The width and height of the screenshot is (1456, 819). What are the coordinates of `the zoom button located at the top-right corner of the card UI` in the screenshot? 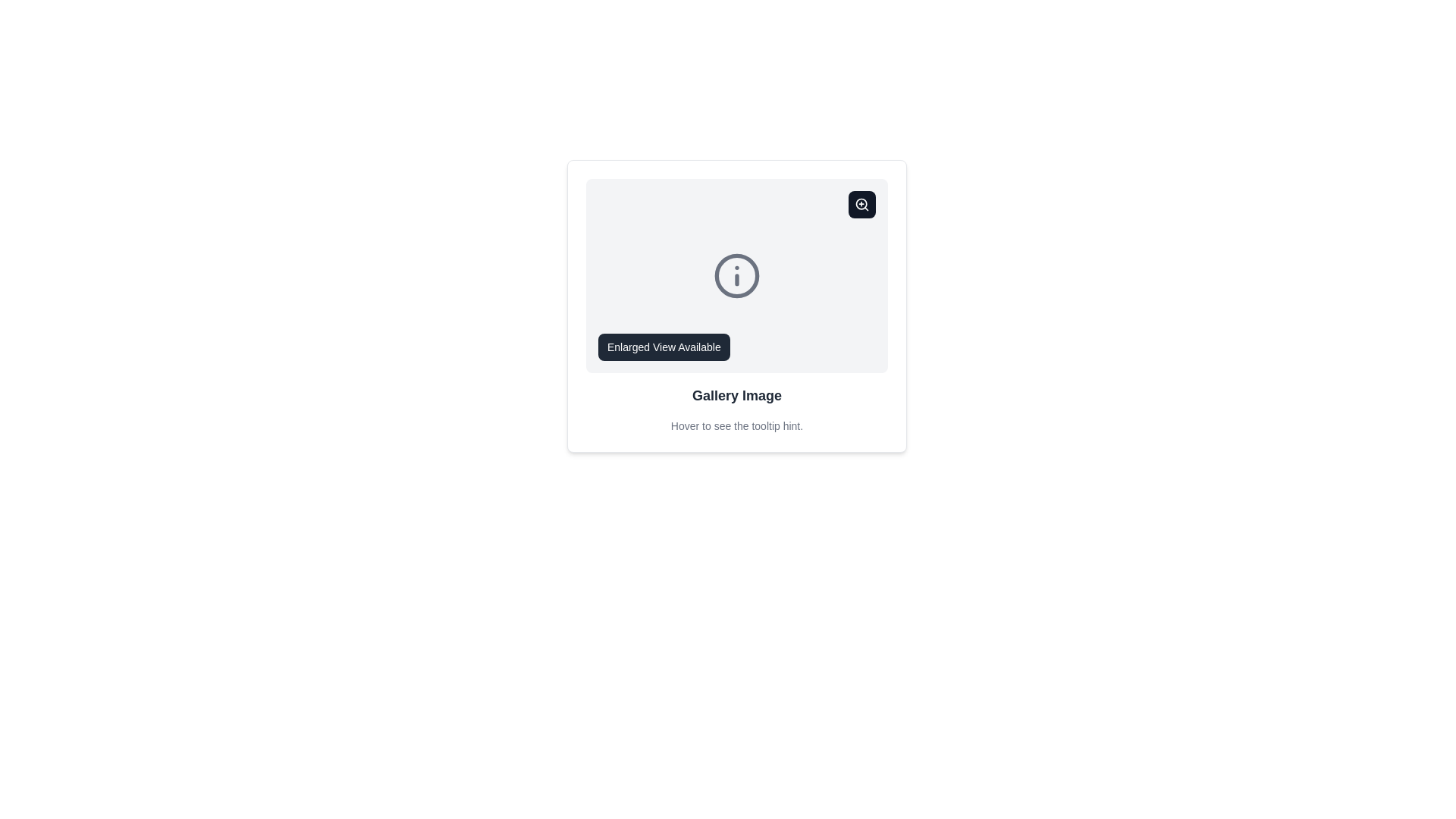 It's located at (862, 205).